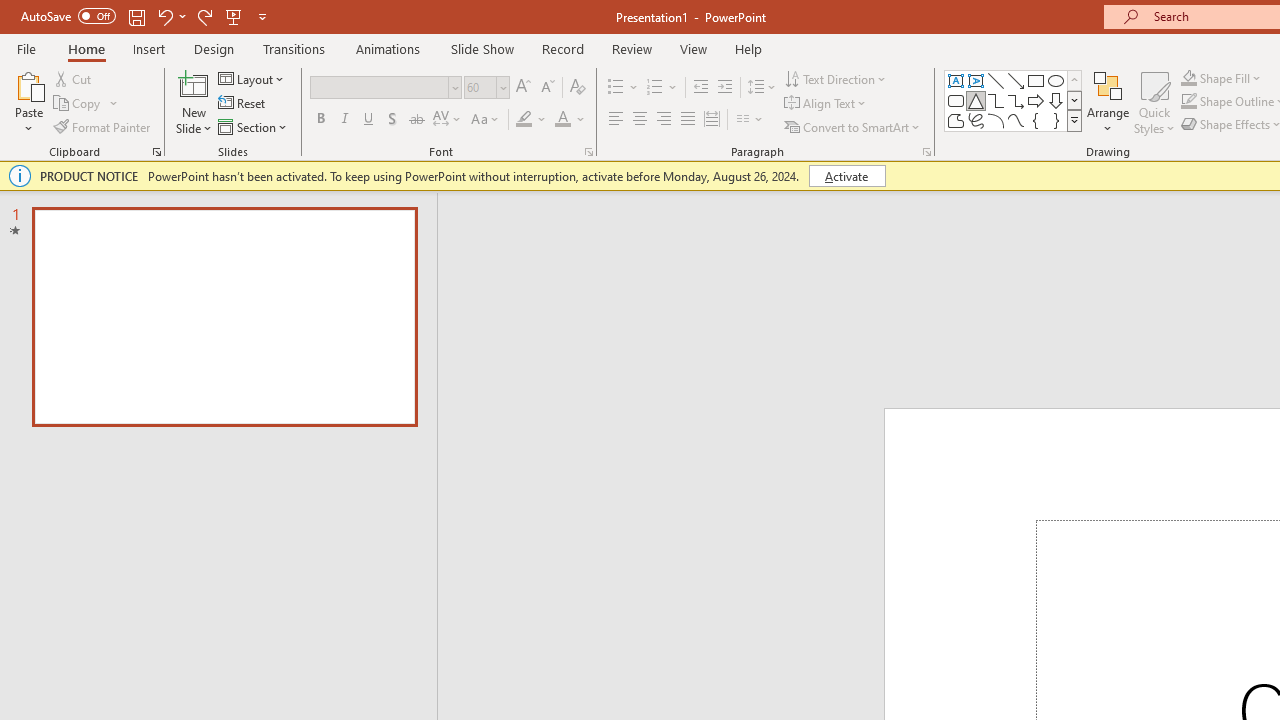 The width and height of the screenshot is (1280, 720). I want to click on 'Font...', so click(587, 150).